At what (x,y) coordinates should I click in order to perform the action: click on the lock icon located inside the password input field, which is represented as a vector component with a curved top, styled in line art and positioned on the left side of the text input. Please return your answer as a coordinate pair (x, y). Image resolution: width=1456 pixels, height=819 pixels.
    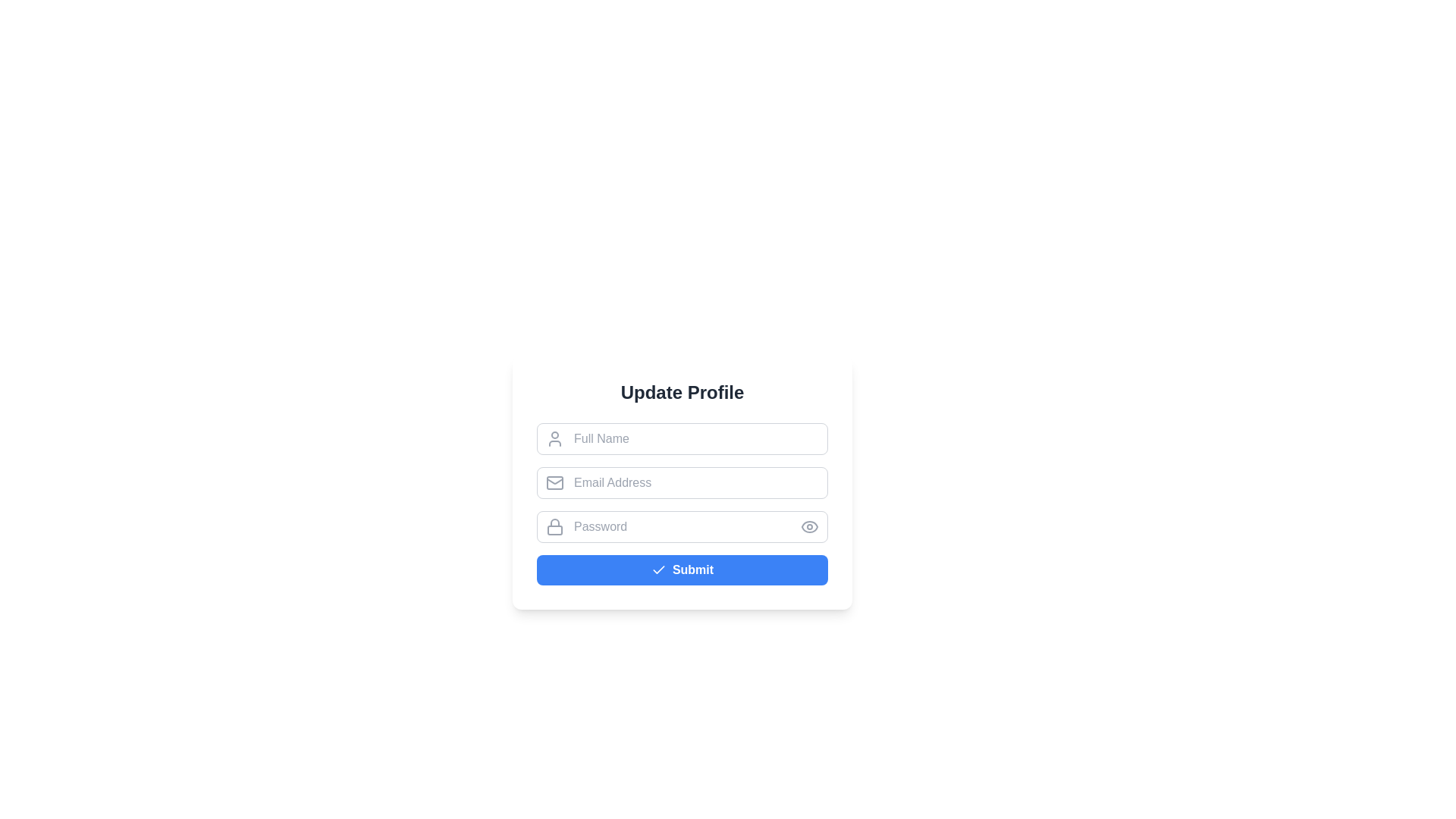
    Looking at the image, I should click on (554, 522).